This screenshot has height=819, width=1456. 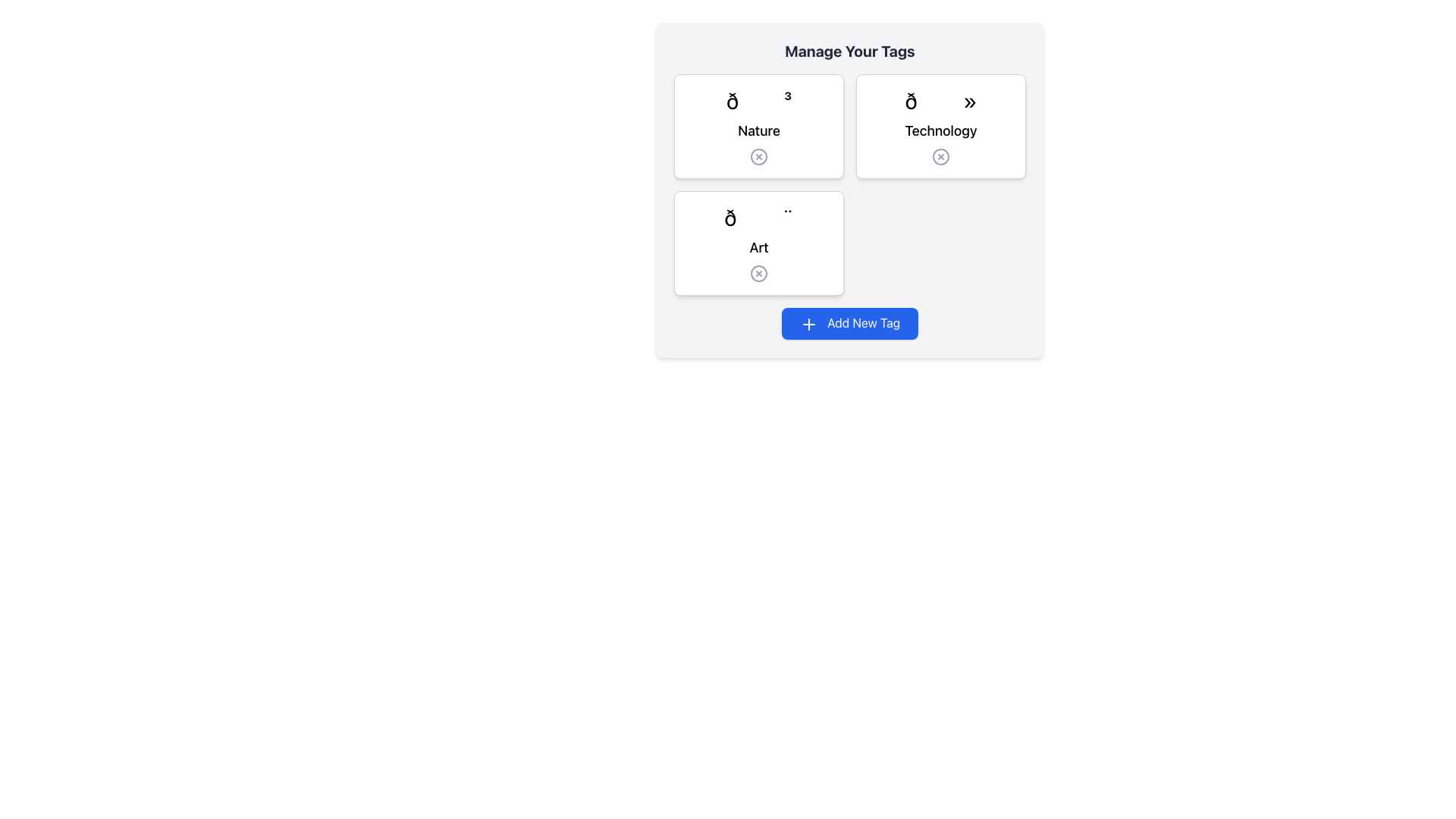 I want to click on the text label displaying the word 'Art', which is centrally located at the bottom section of a rectangular card group, directly below an emoji-like icon, so click(x=759, y=247).